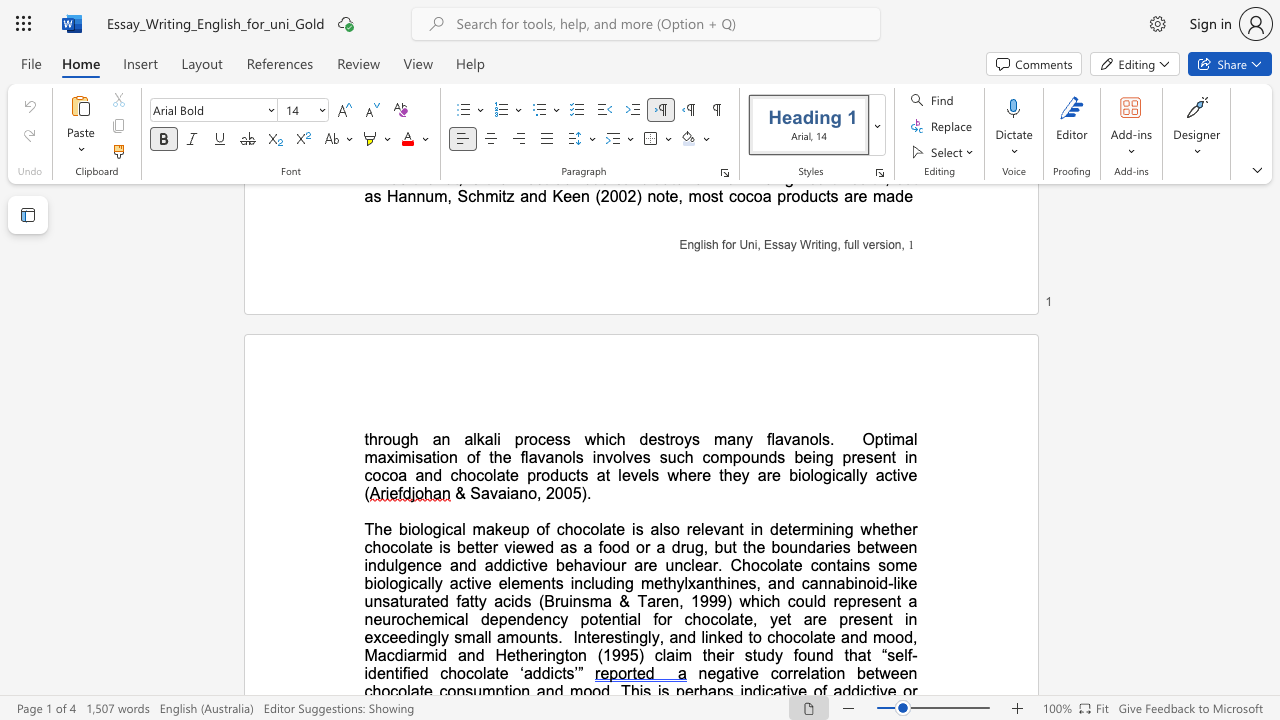  I want to click on the subset text "in exceedingly small amo" within the text "a neurochemical dependency potential for chocolate, yet are present in exceedingly small amounts", so click(904, 618).